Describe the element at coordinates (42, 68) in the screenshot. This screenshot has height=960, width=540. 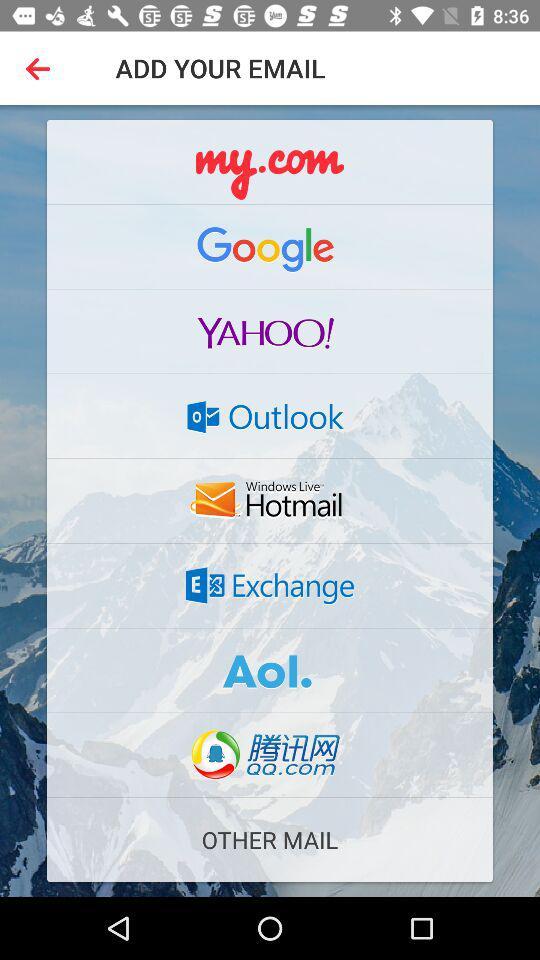
I see `the item to the left of the add your email item` at that location.